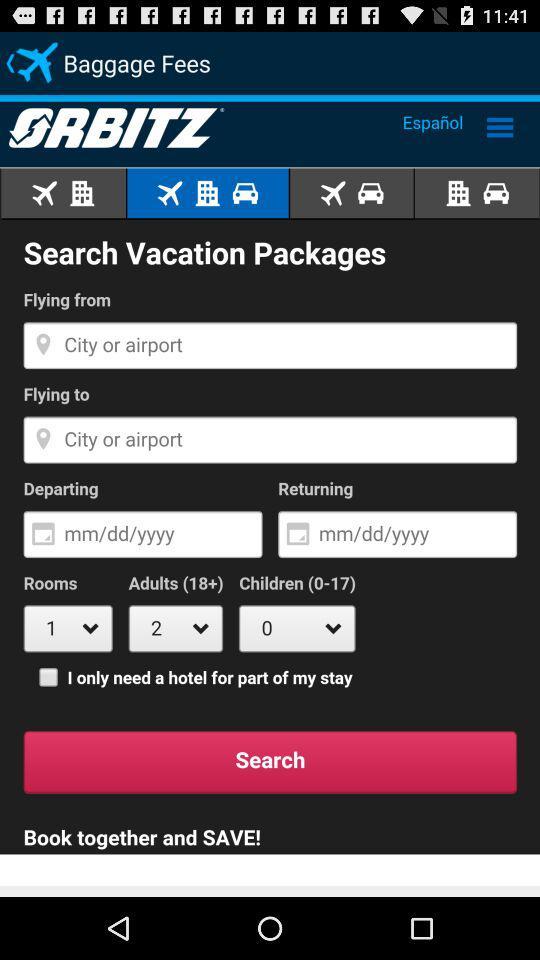 The width and height of the screenshot is (540, 960). I want to click on search, so click(270, 494).